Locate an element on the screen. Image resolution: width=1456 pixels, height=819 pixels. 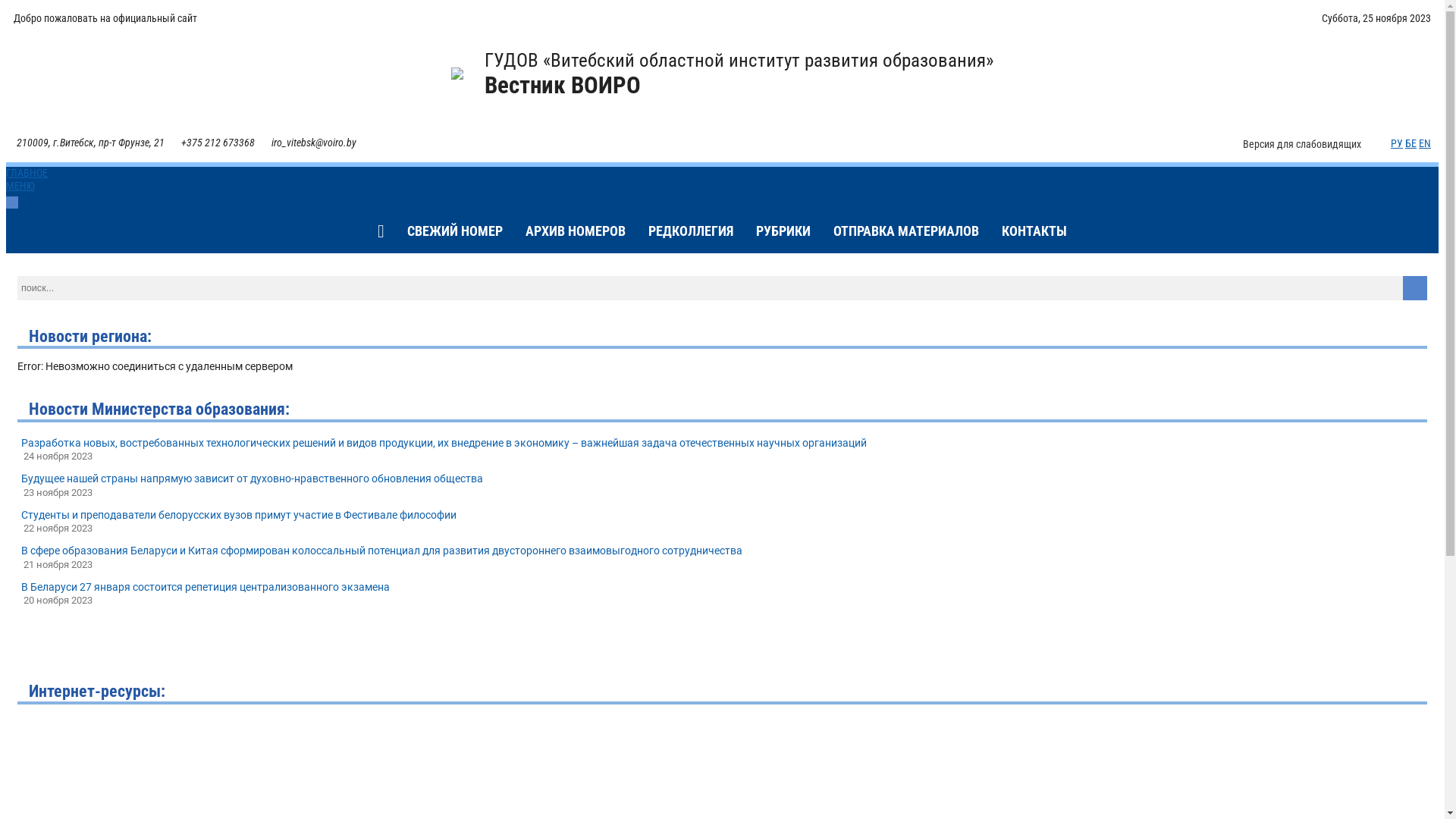
'EN' is located at coordinates (1423, 143).